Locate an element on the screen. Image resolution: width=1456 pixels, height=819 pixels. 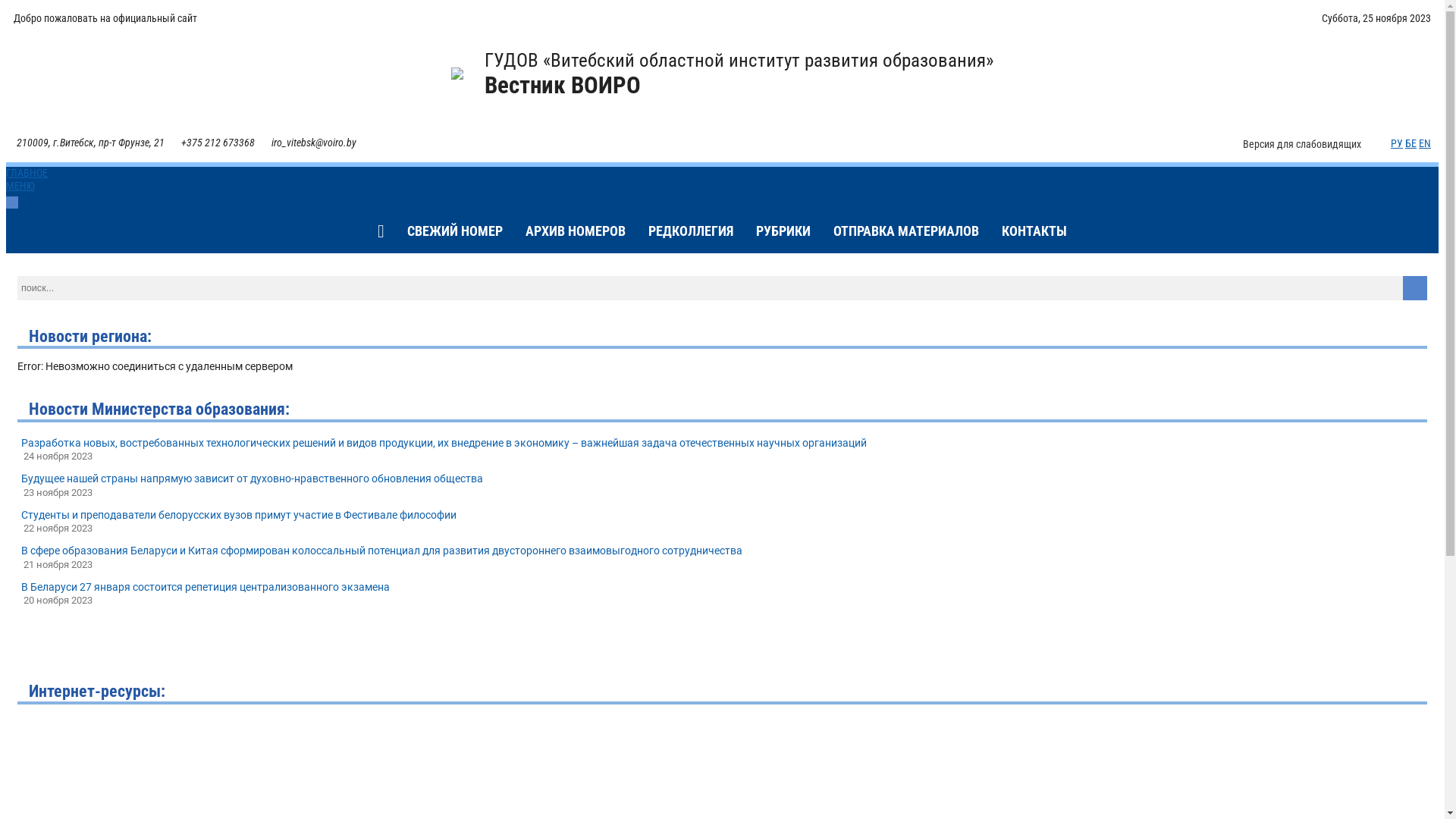
'EN' is located at coordinates (1423, 143).